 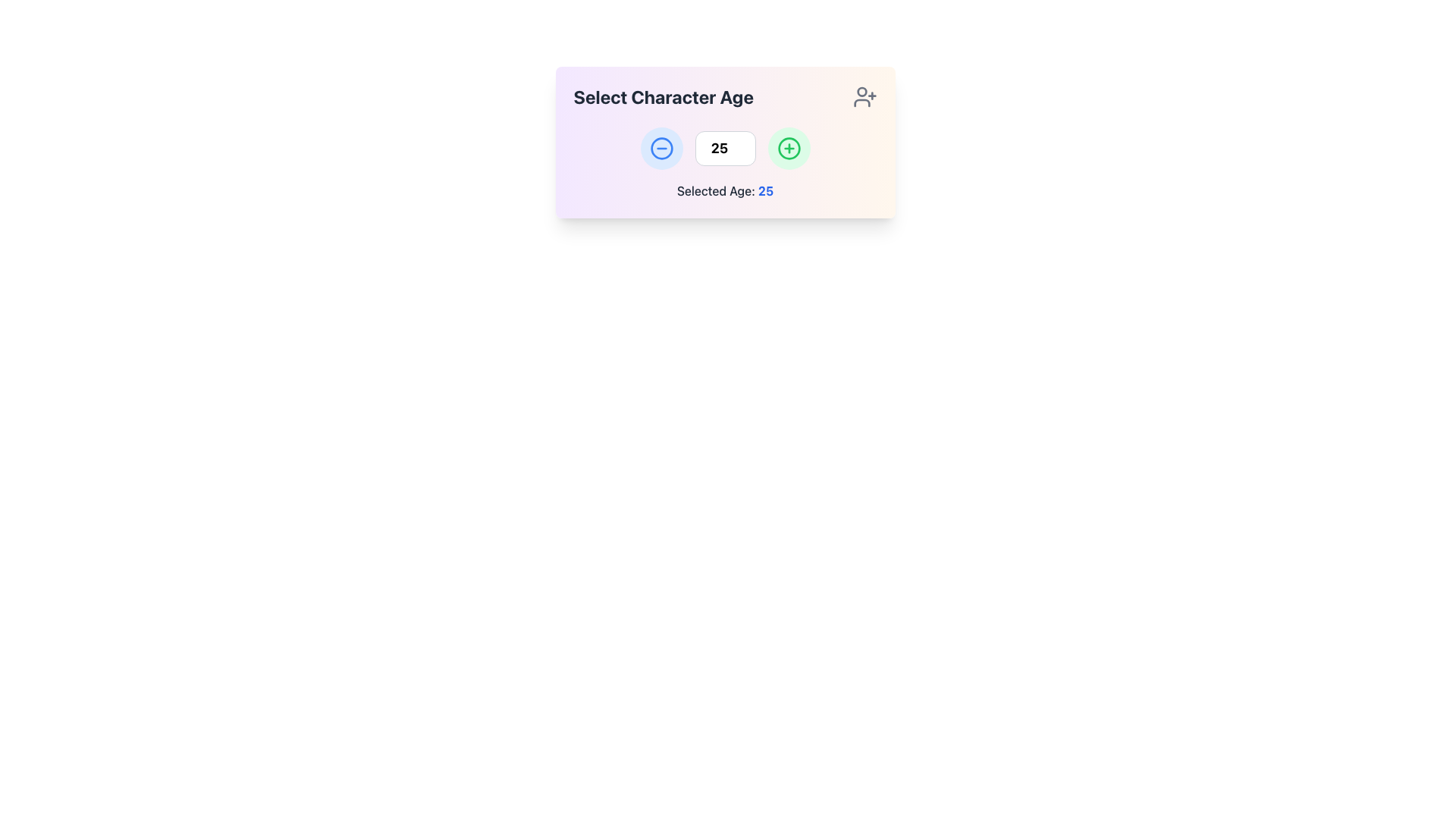 I want to click on the bold header labeled 'Select Character Age' to potentially reveal additional information, so click(x=664, y=96).